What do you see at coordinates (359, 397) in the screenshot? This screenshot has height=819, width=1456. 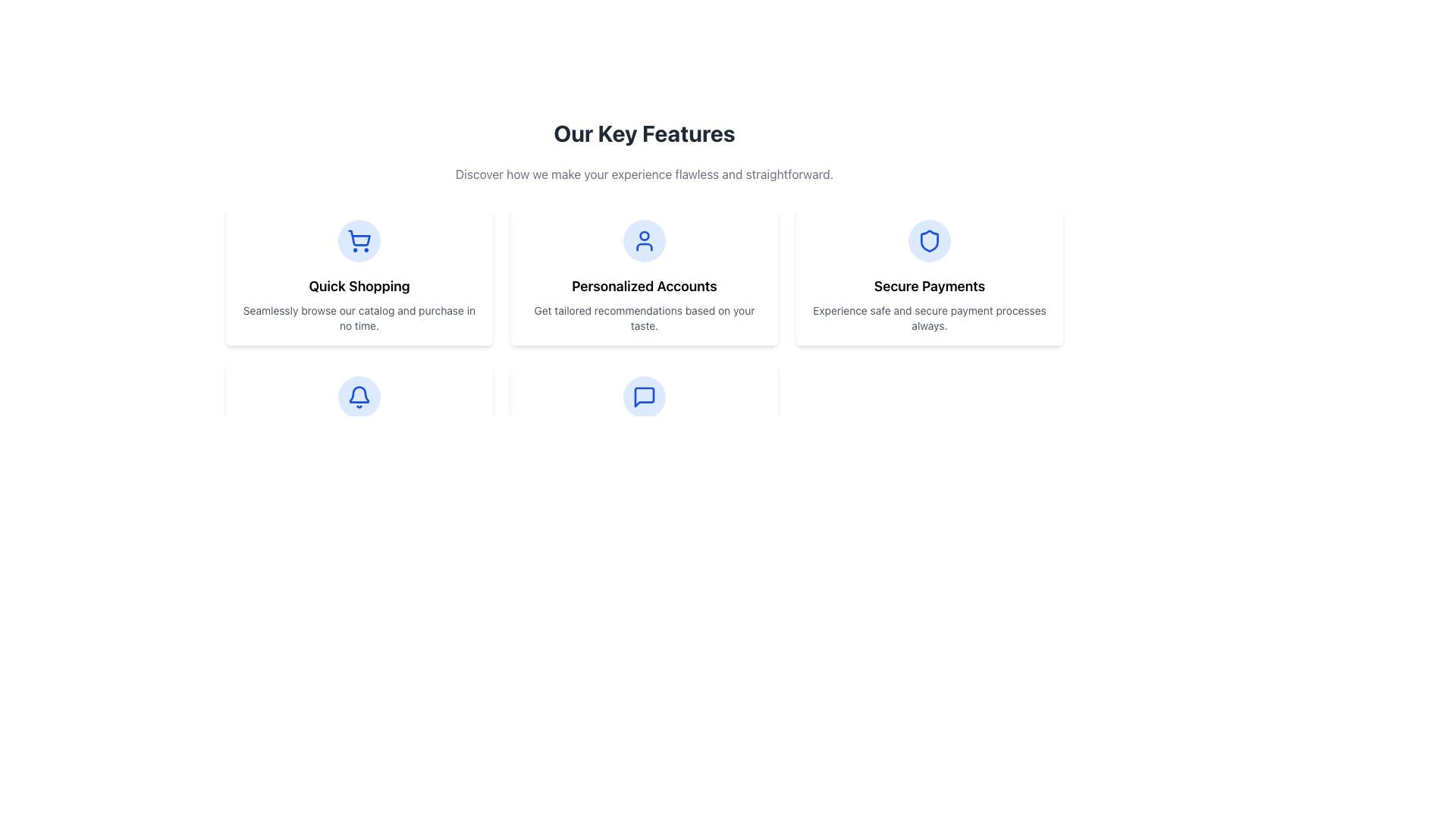 I see `the circular blue bell icon located within the 'Instant Notifications' card, which is centered horizontally and positioned above the text content` at bounding box center [359, 397].